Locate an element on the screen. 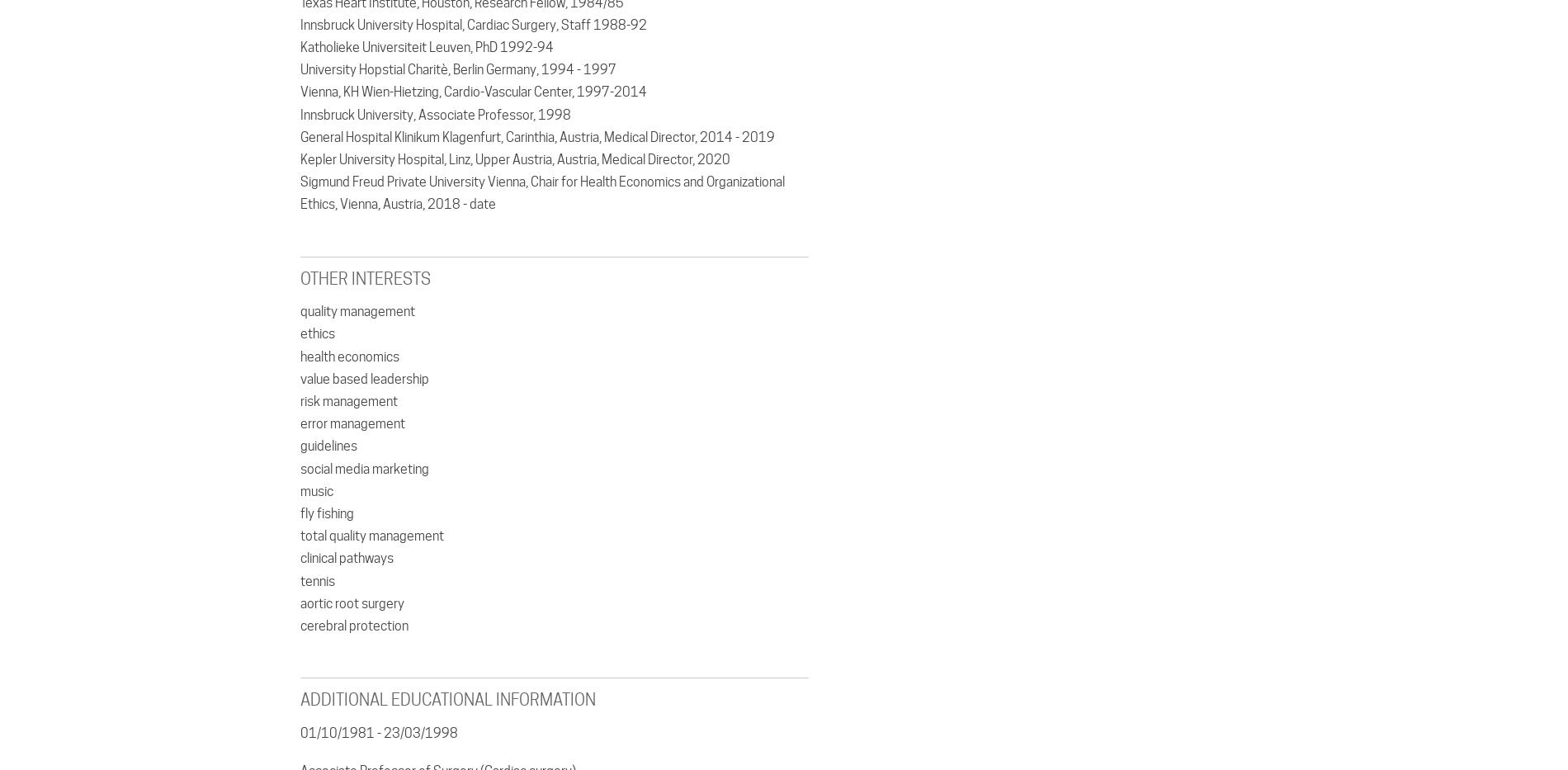  'ethics' is located at coordinates (300, 333).